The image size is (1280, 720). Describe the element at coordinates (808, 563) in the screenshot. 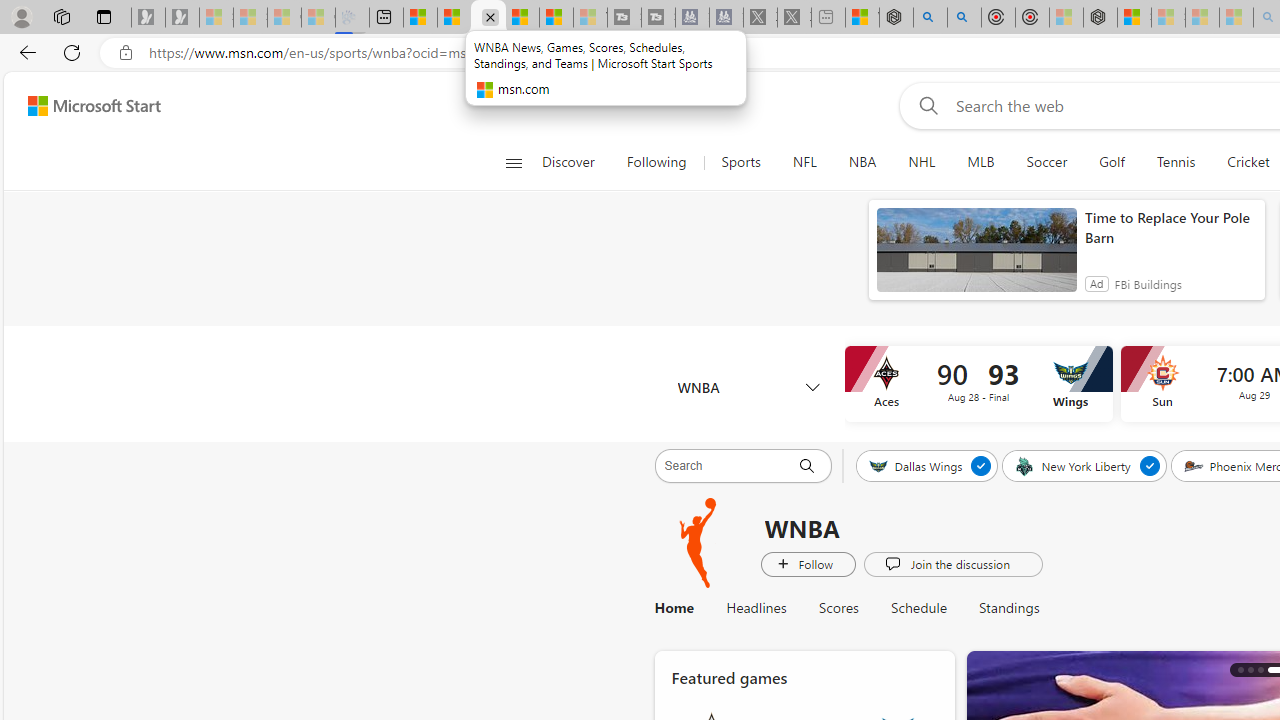

I see `'Follow WNBA 2024'` at that location.